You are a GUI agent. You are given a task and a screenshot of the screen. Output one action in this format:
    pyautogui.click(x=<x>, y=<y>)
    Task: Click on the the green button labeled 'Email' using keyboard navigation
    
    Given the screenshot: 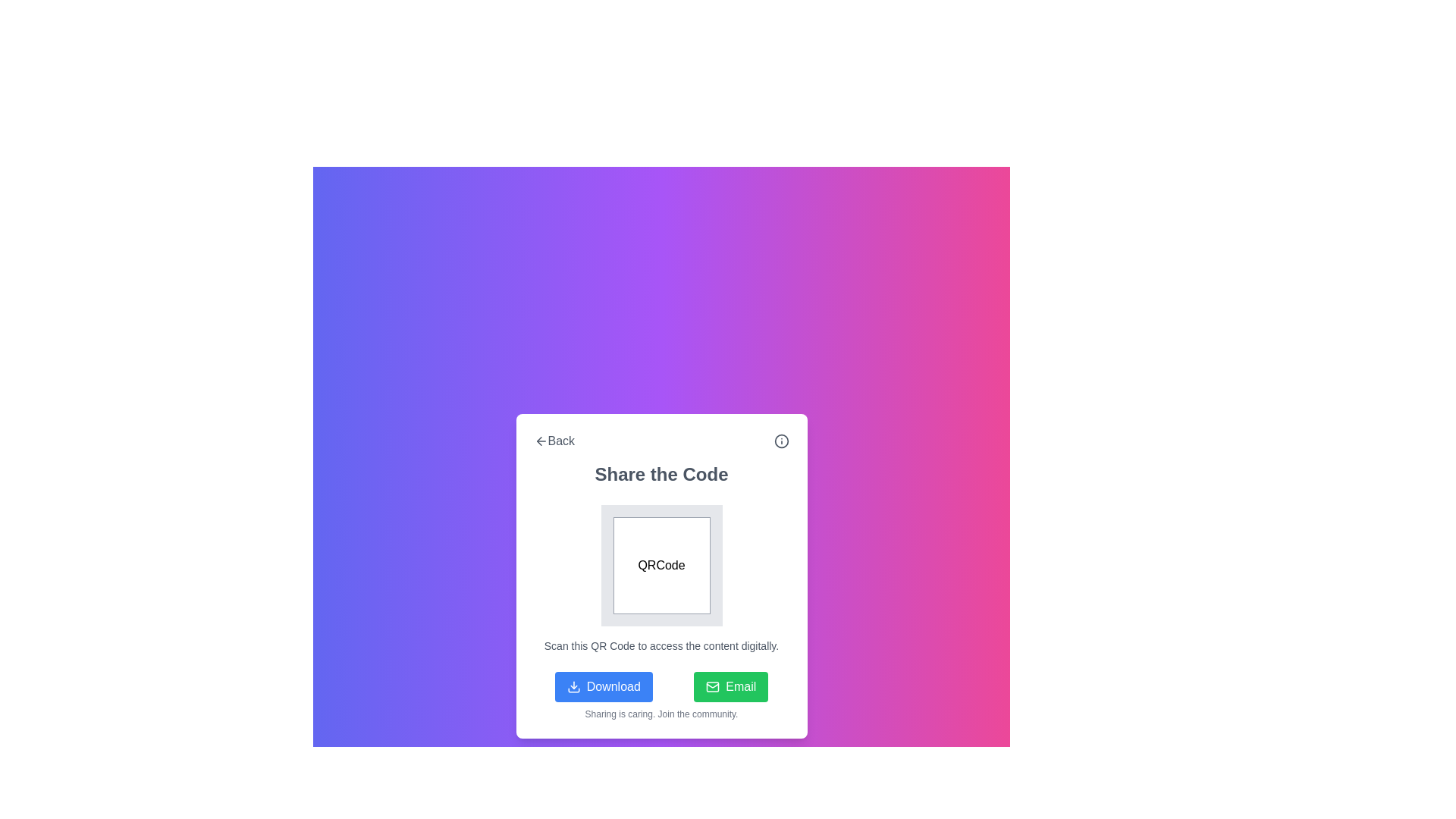 What is the action you would take?
    pyautogui.click(x=731, y=687)
    